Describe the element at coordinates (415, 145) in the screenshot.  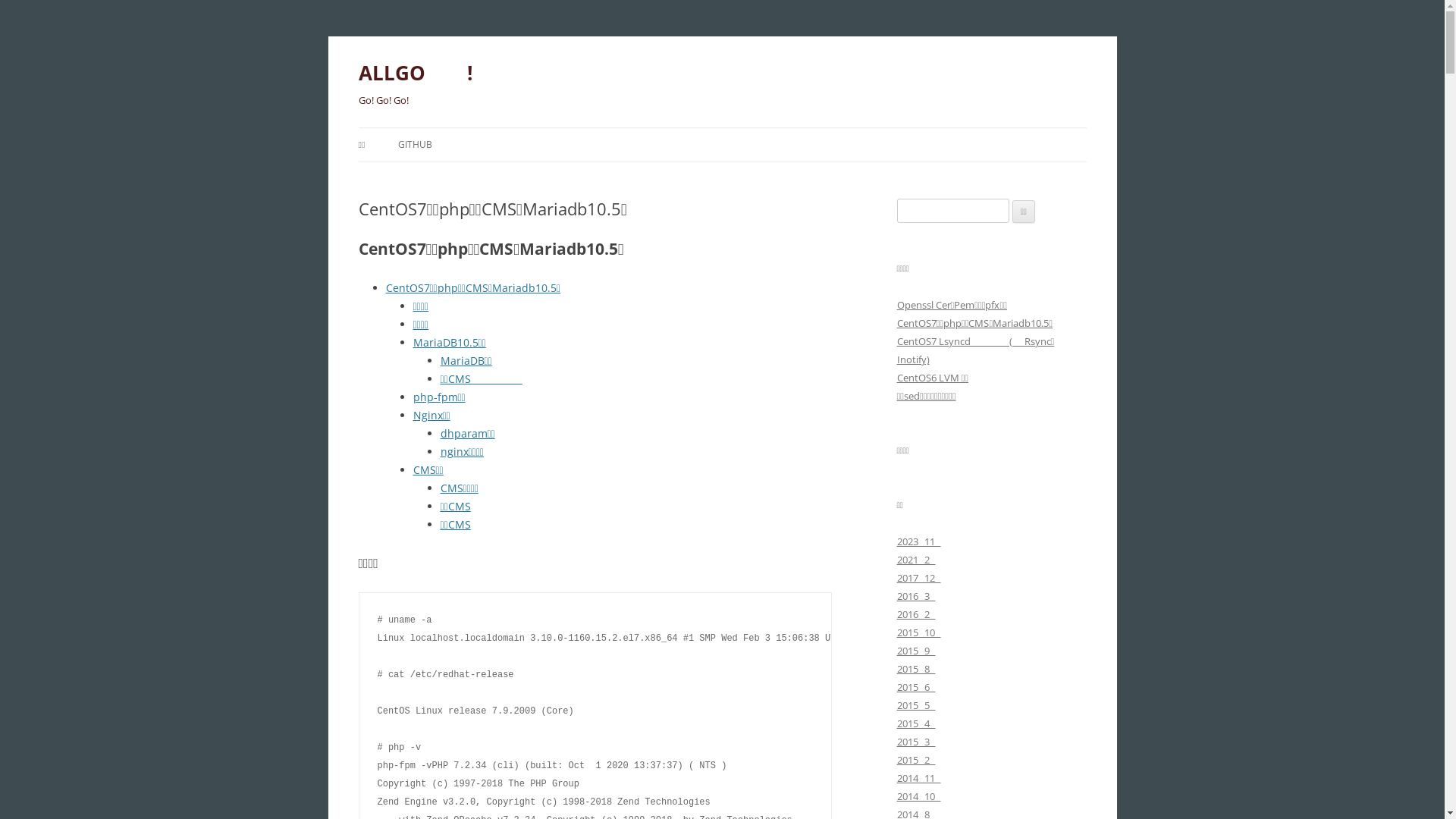
I see `'GITHUB'` at that location.